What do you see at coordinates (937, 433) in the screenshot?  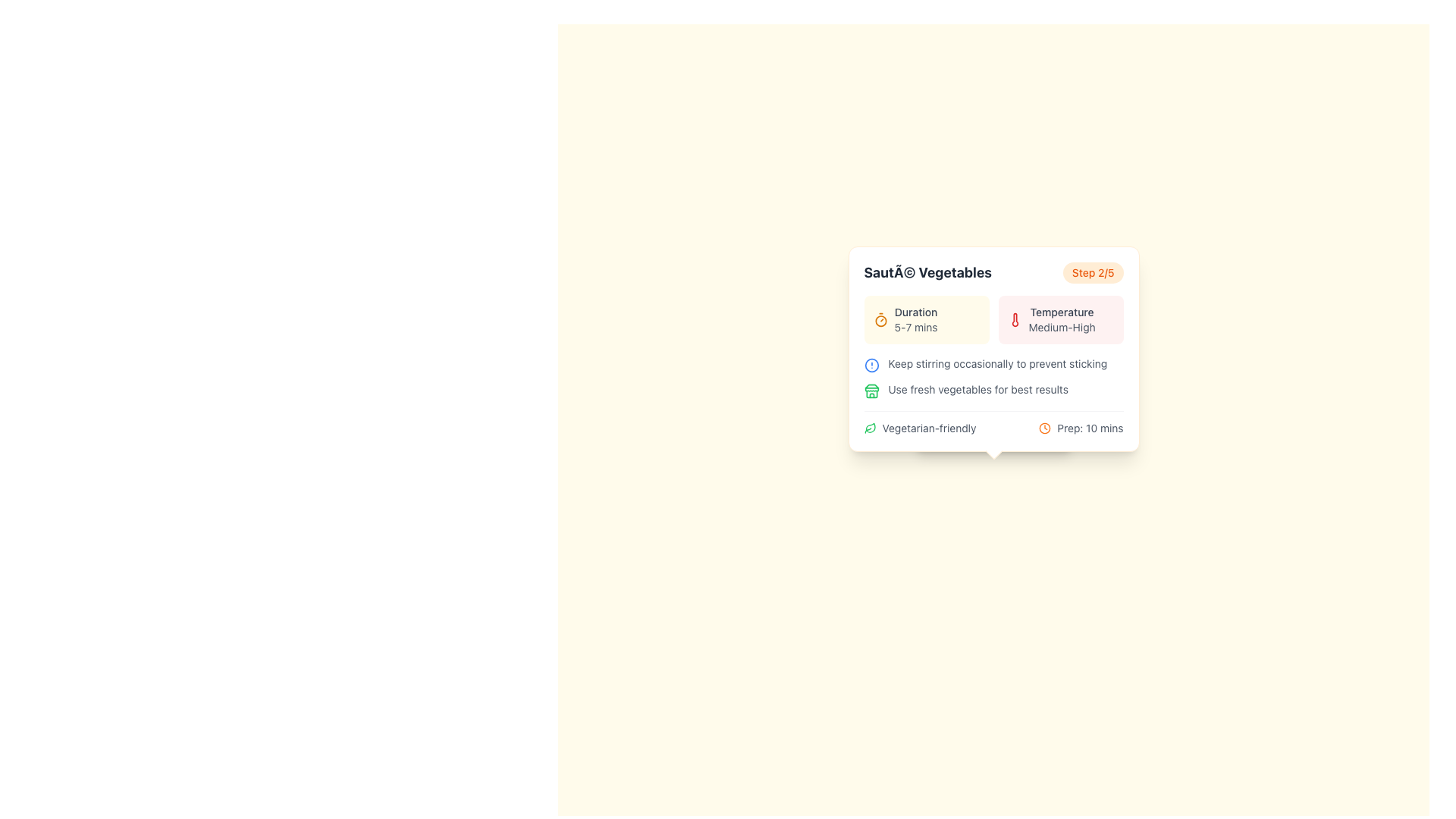 I see `the chef hat icon representing the vegetarian-friendly status of the food item located next to the text 'Vegetarian-friendly'` at bounding box center [937, 433].